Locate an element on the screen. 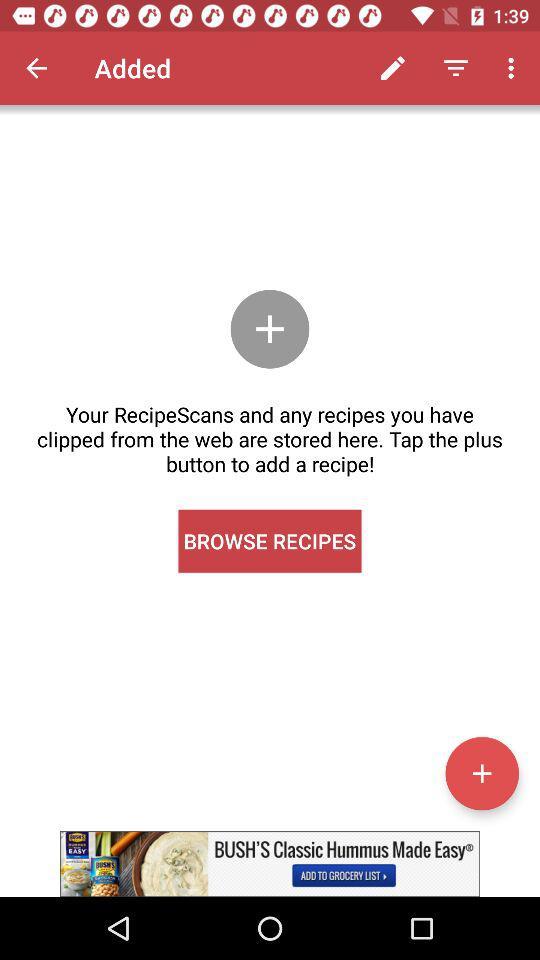  go back is located at coordinates (36, 68).